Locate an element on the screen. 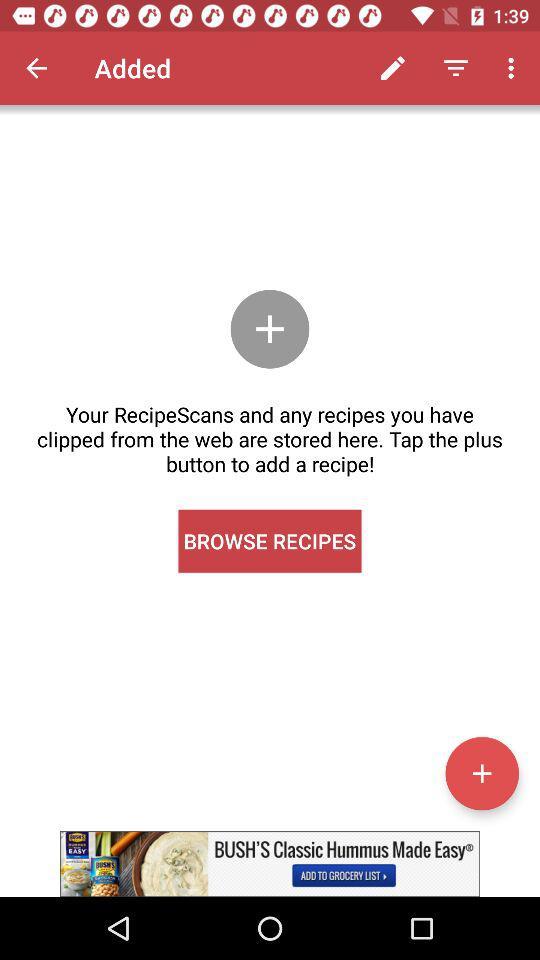  go back is located at coordinates (36, 68).